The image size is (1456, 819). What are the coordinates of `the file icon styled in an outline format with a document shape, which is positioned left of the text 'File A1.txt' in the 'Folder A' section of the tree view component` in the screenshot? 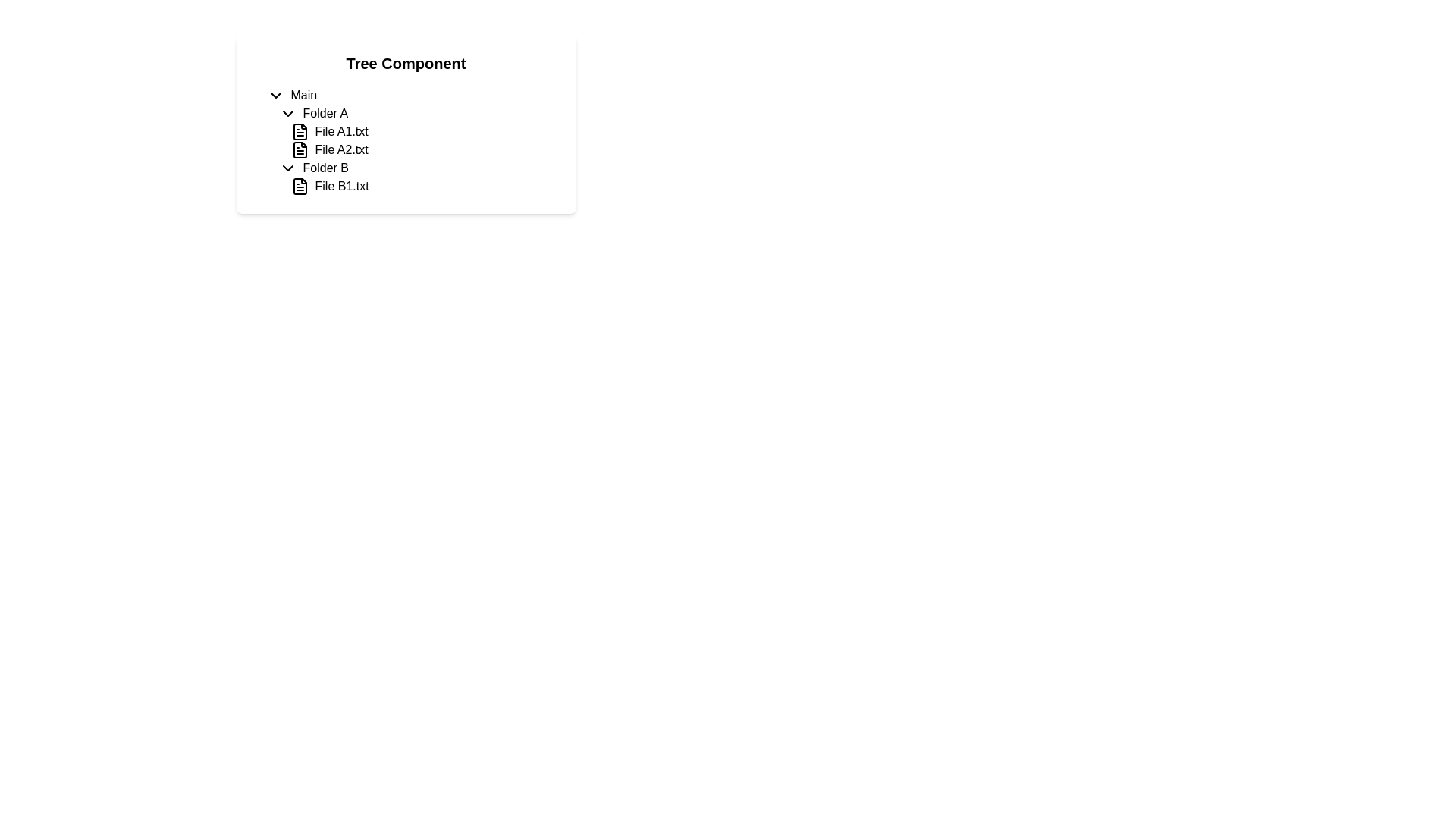 It's located at (300, 130).